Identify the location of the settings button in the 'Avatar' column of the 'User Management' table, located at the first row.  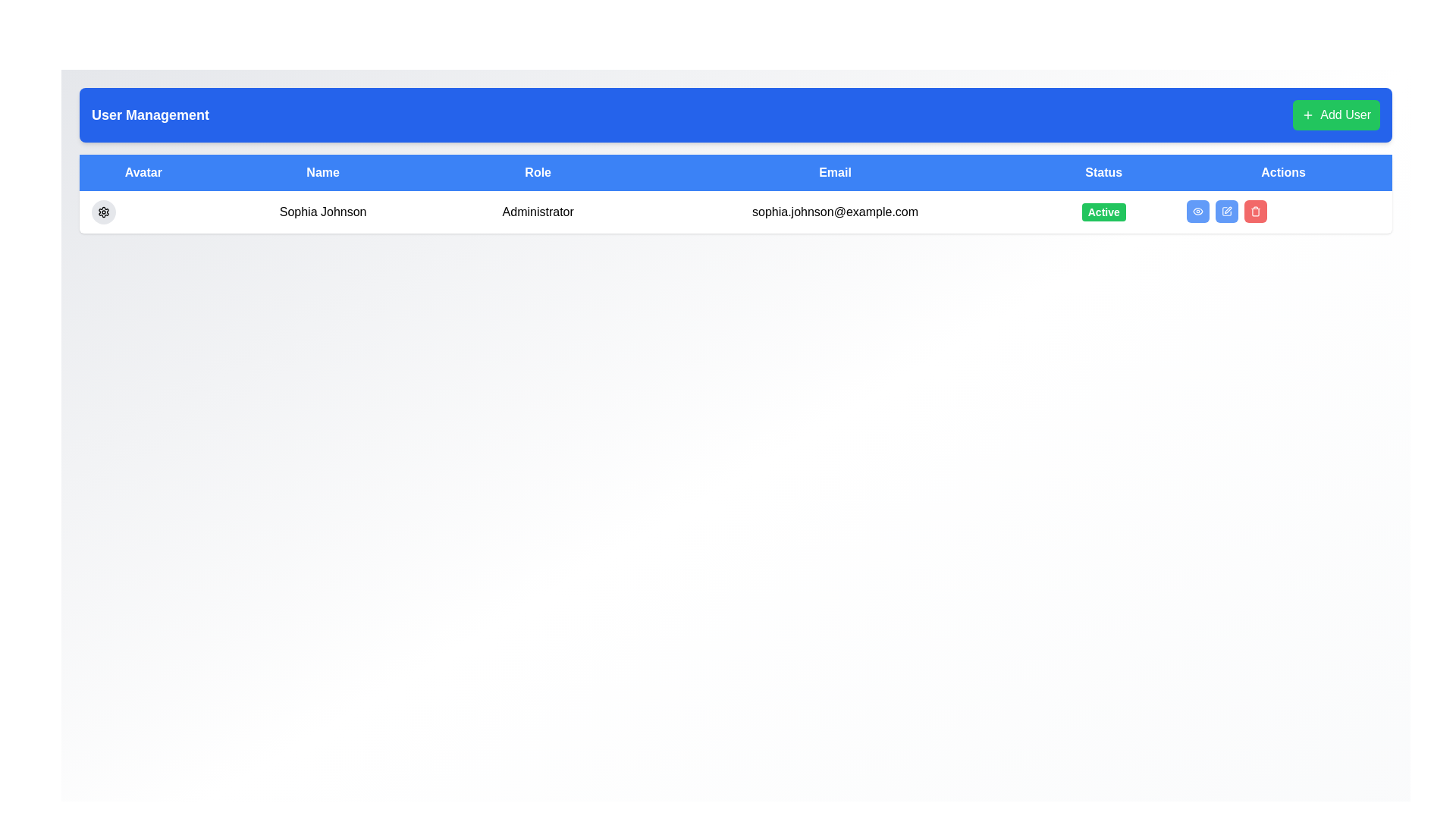
(103, 212).